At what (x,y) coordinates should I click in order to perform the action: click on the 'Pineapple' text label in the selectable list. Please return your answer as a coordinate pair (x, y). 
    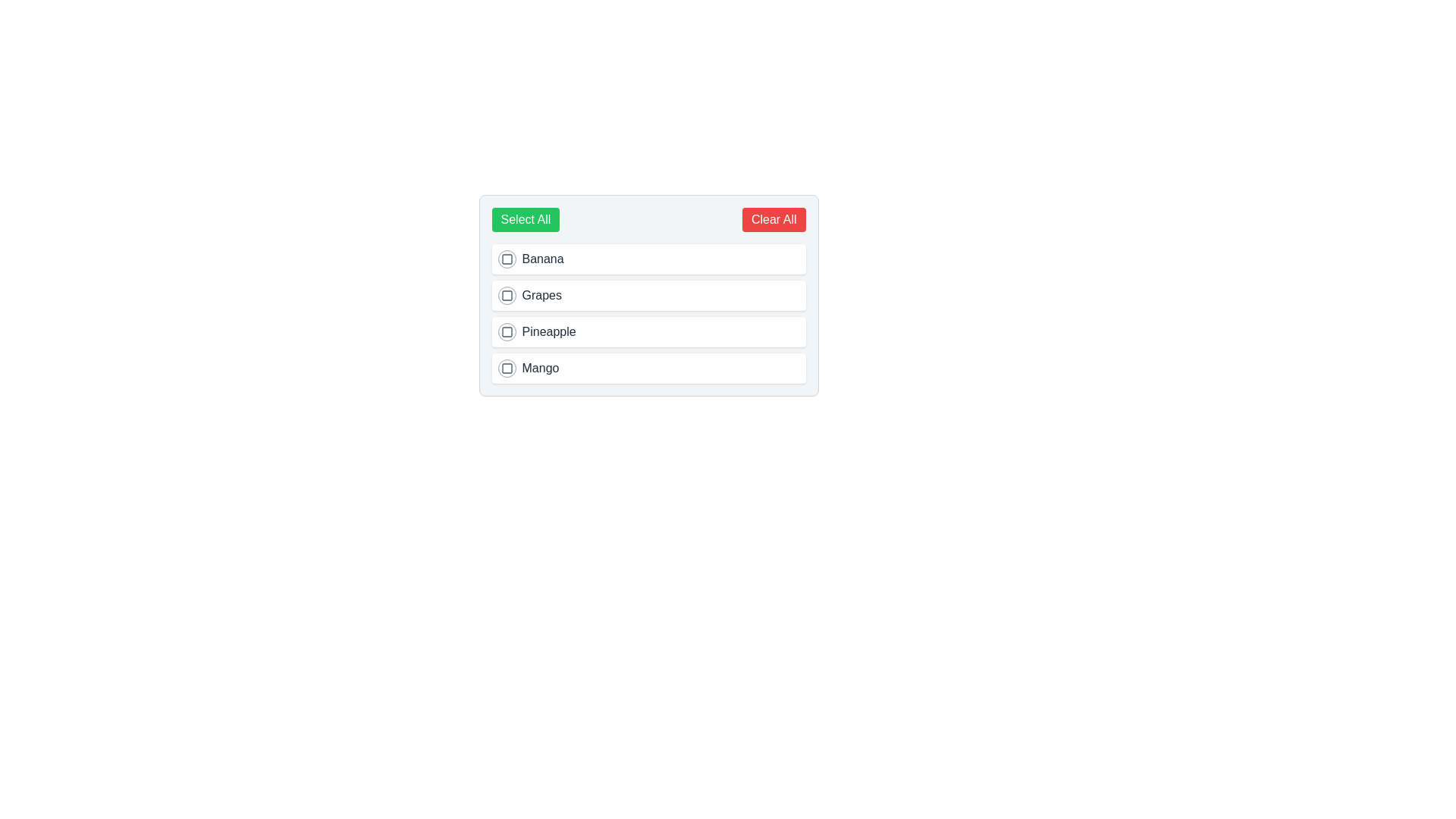
    Looking at the image, I should click on (548, 331).